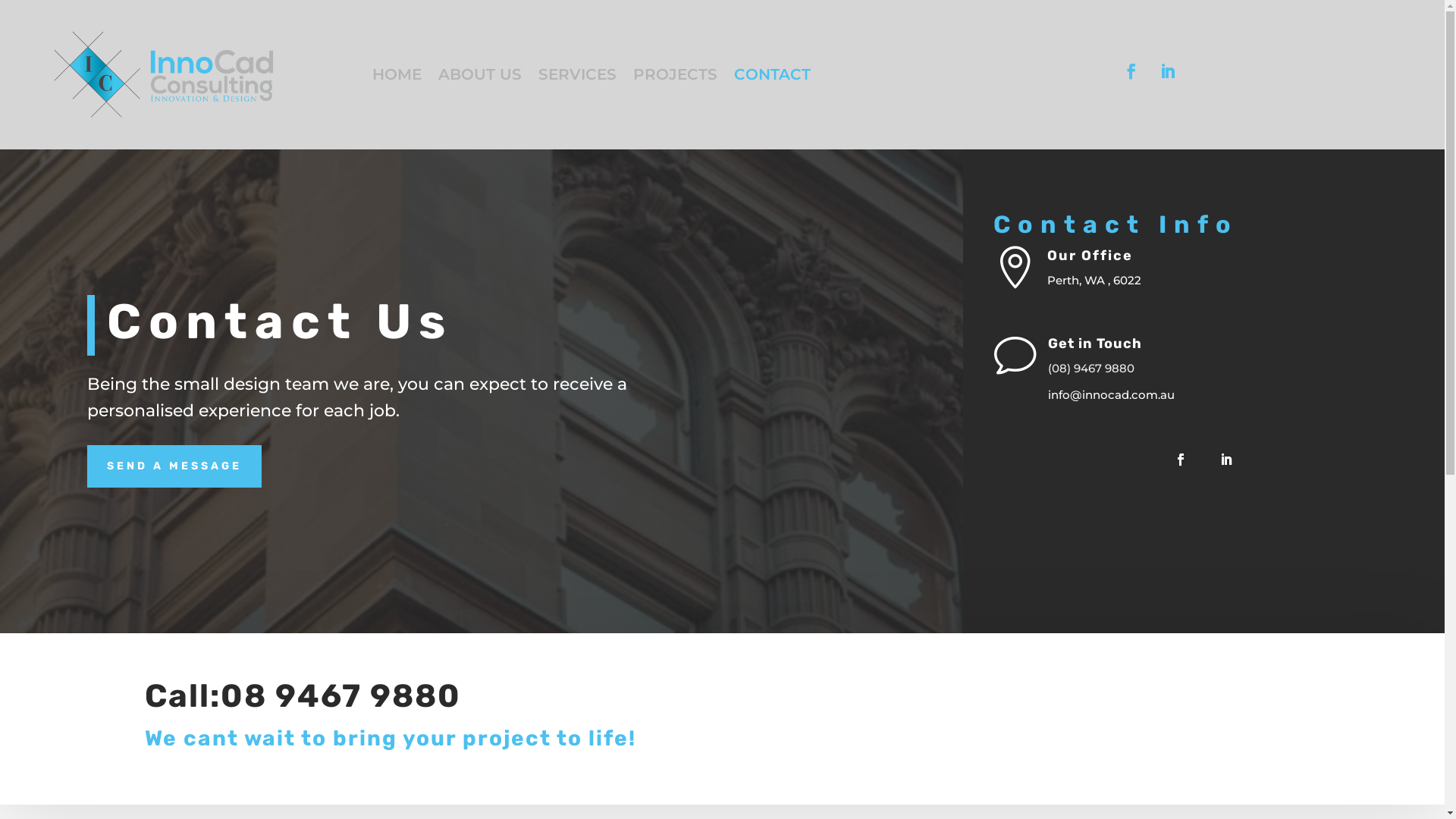  I want to click on 'CONTACT', so click(772, 77).